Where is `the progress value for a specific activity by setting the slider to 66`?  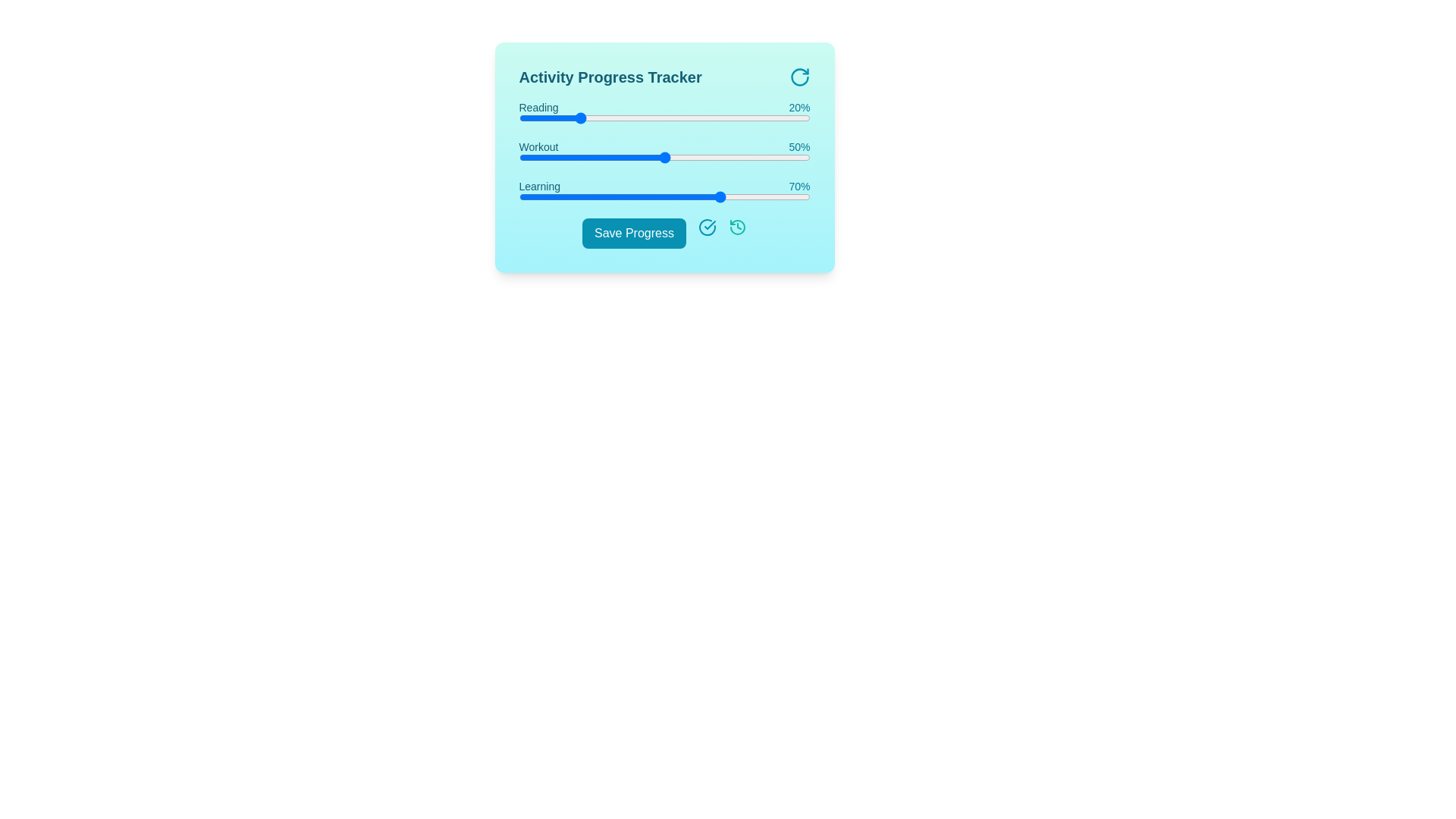 the progress value for a specific activity by setting the slider to 66 is located at coordinates (710, 117).